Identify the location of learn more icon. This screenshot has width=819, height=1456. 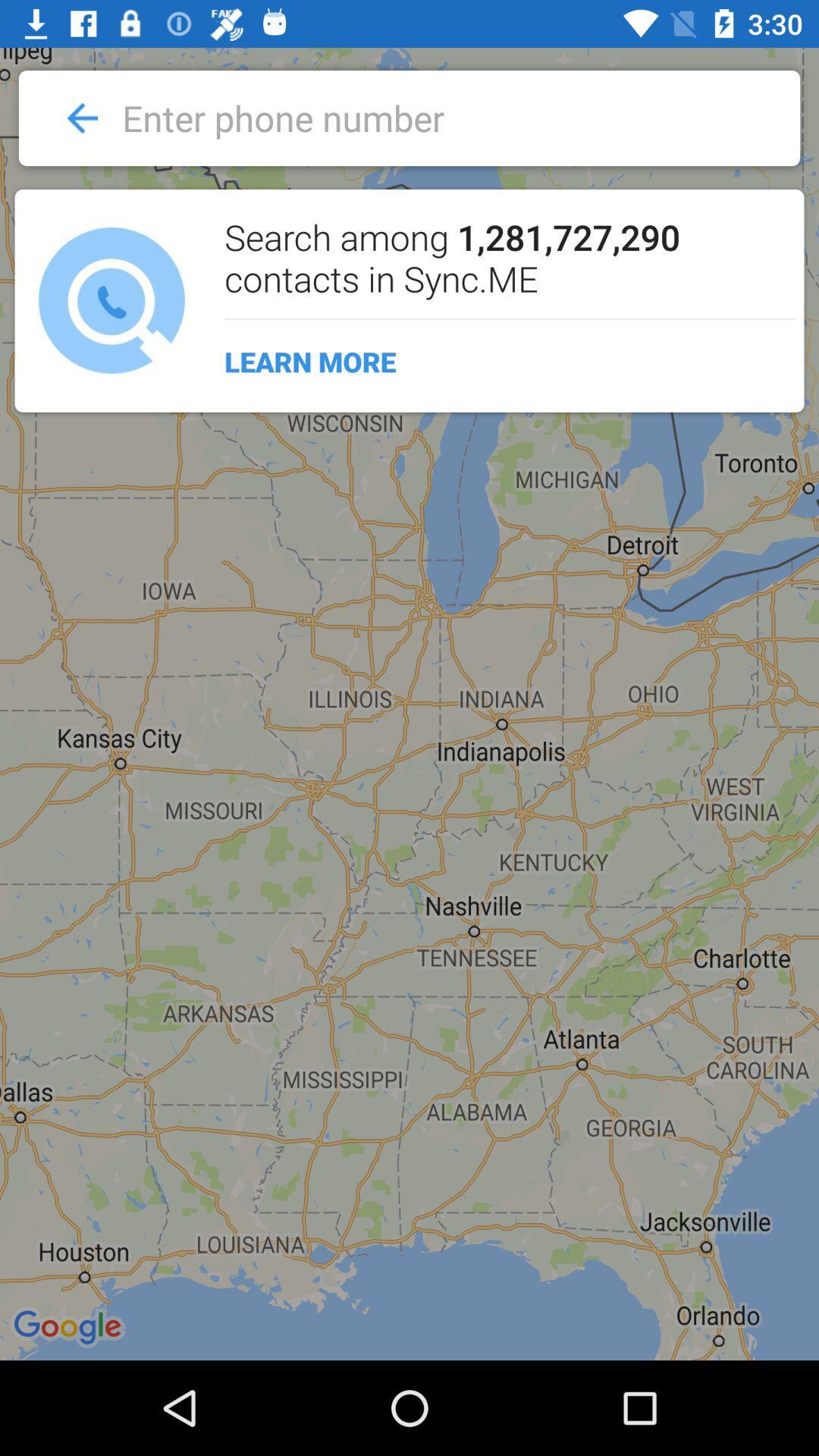
(502, 361).